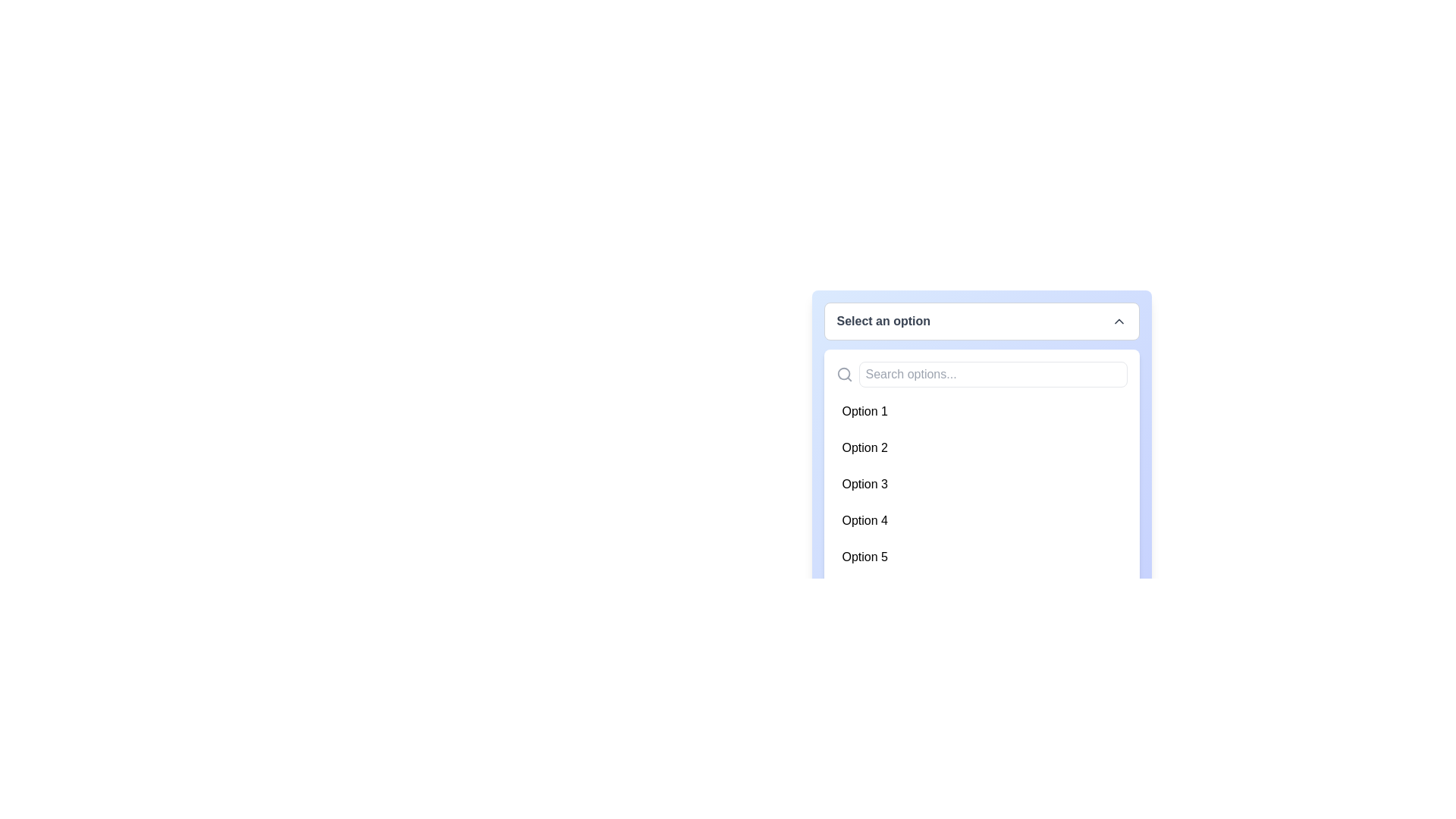 This screenshot has width=1456, height=819. I want to click on the text item 'Option 4' in the dropdown list, so click(864, 519).